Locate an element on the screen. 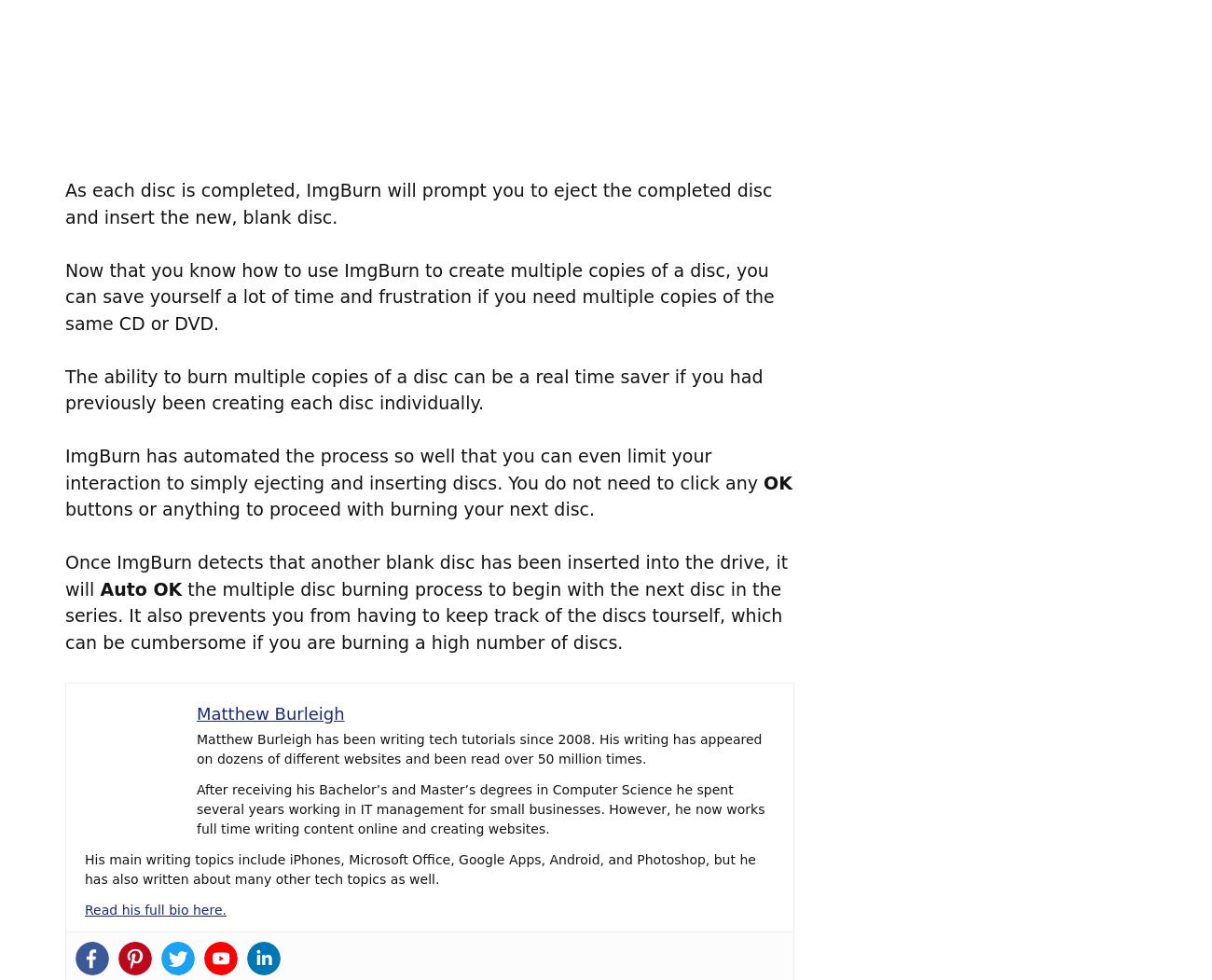 The width and height of the screenshot is (1212, 980). 'OK' is located at coordinates (777, 481).